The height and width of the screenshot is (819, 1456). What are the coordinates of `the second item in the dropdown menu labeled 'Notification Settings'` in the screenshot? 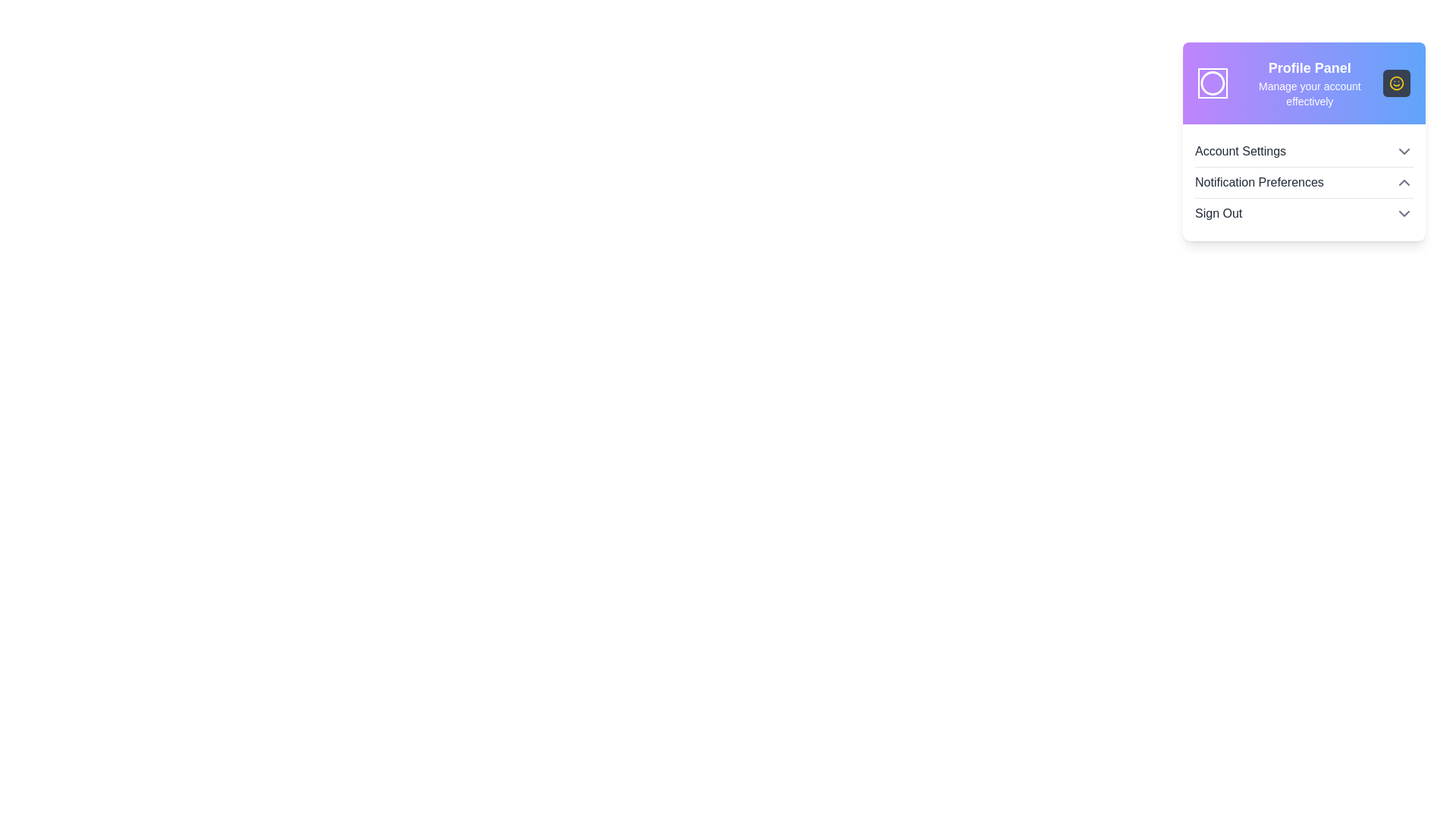 It's located at (1259, 181).